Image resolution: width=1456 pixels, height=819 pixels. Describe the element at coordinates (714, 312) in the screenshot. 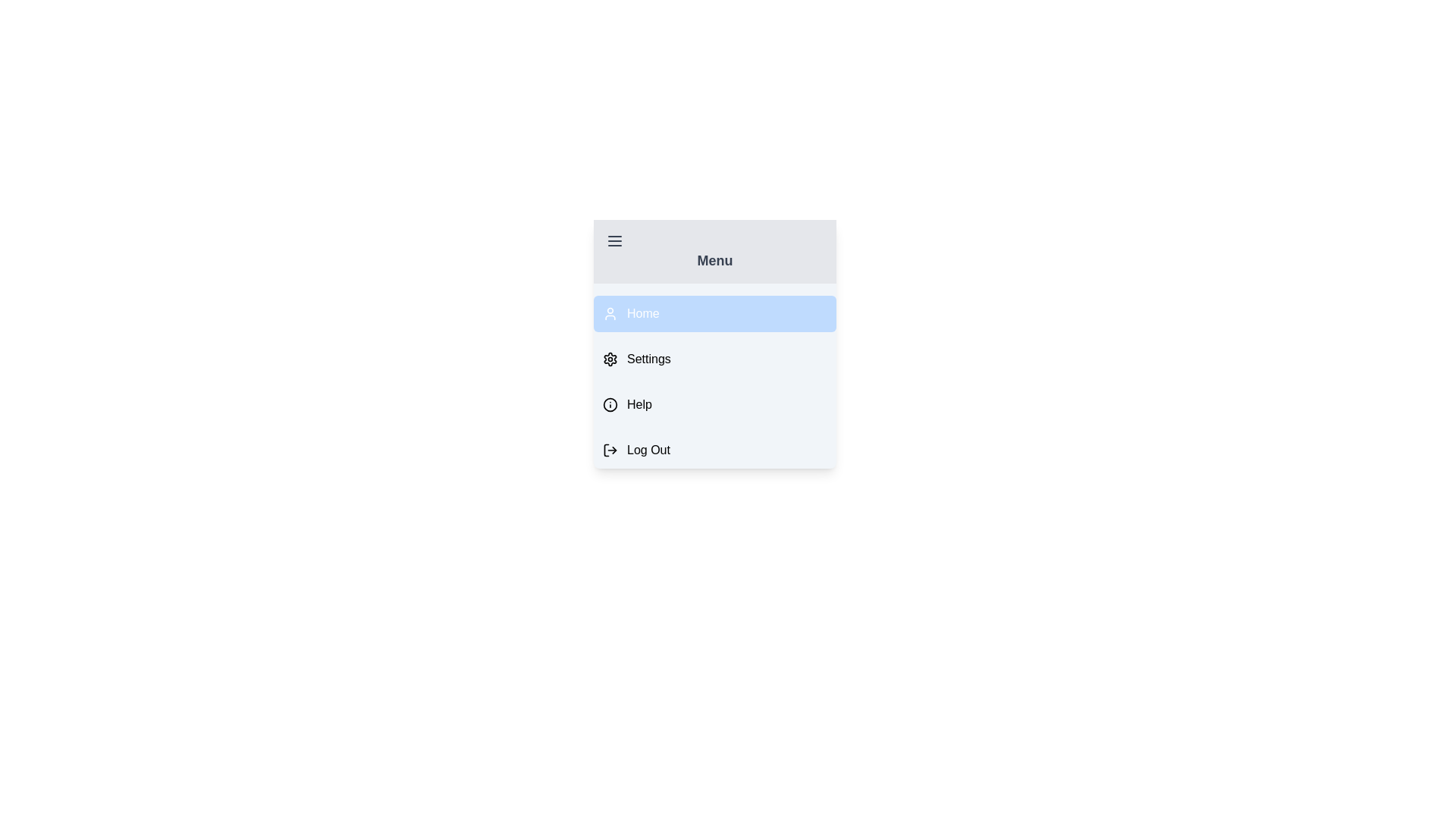

I see `the menu item labeled Home` at that location.